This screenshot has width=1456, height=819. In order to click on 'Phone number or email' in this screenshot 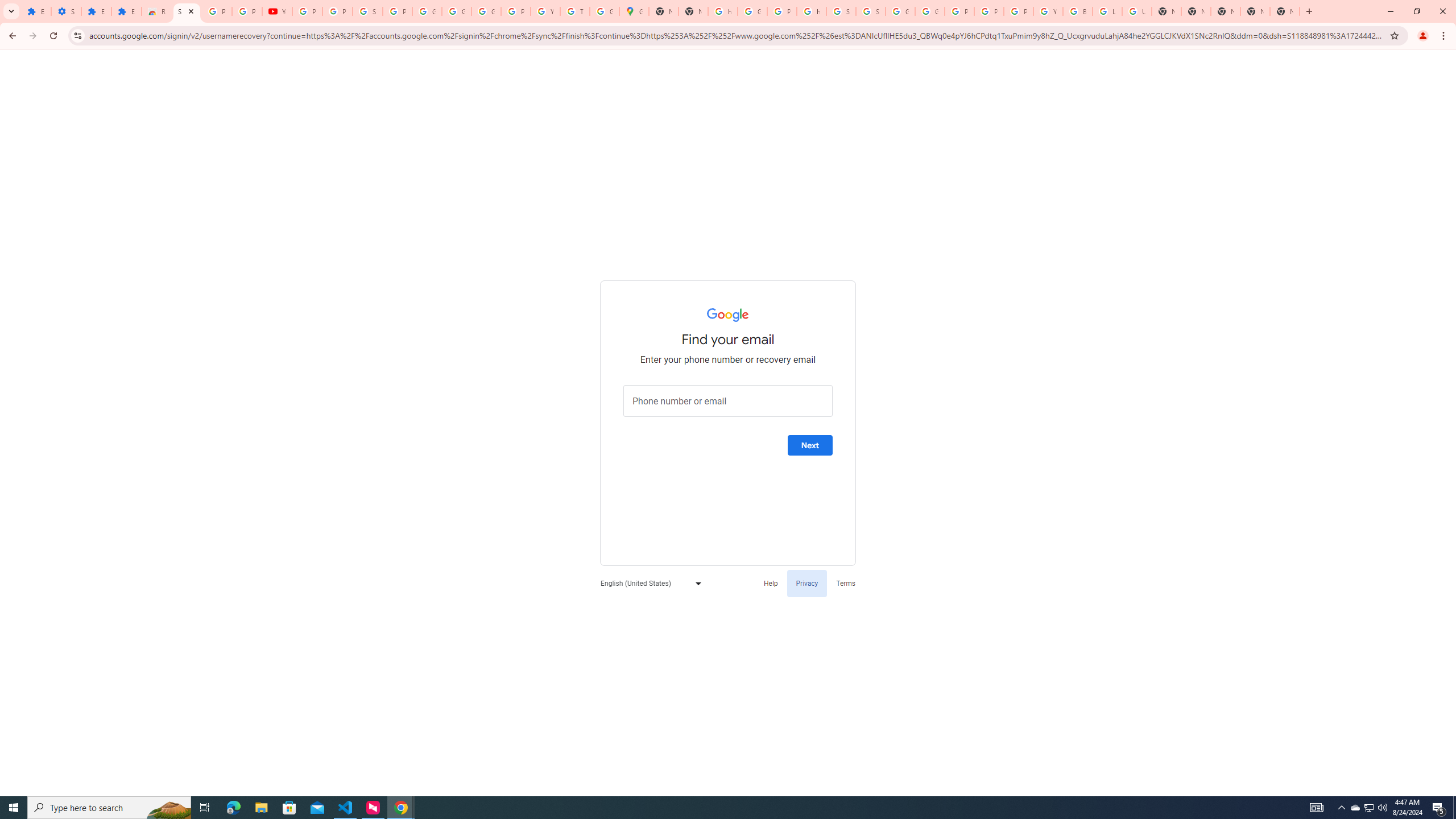, I will do `click(728, 400)`.